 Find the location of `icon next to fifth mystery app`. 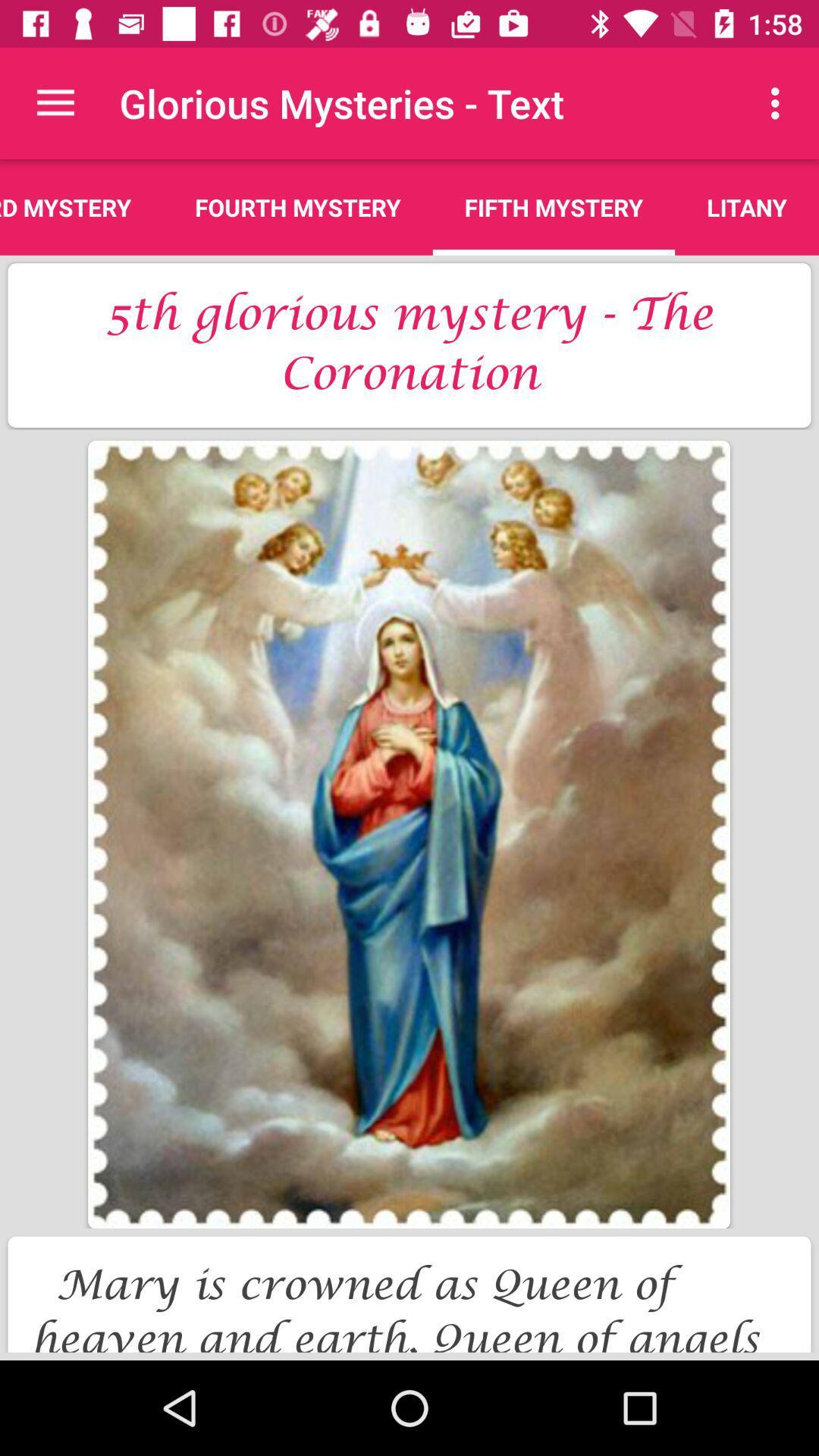

icon next to fifth mystery app is located at coordinates (779, 102).